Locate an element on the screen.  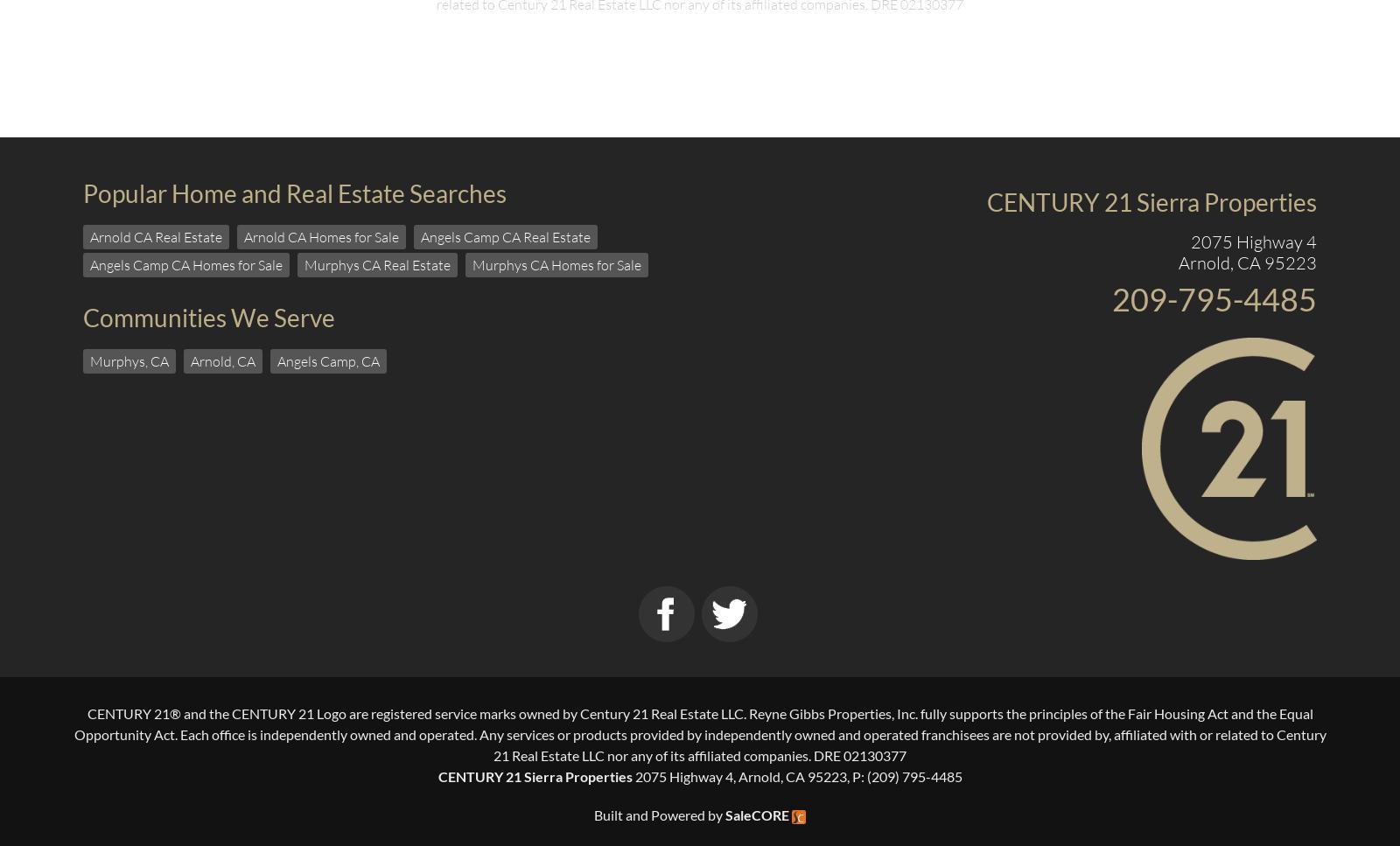
'Angels Camp CA Homes for Sale' is located at coordinates (185, 263).